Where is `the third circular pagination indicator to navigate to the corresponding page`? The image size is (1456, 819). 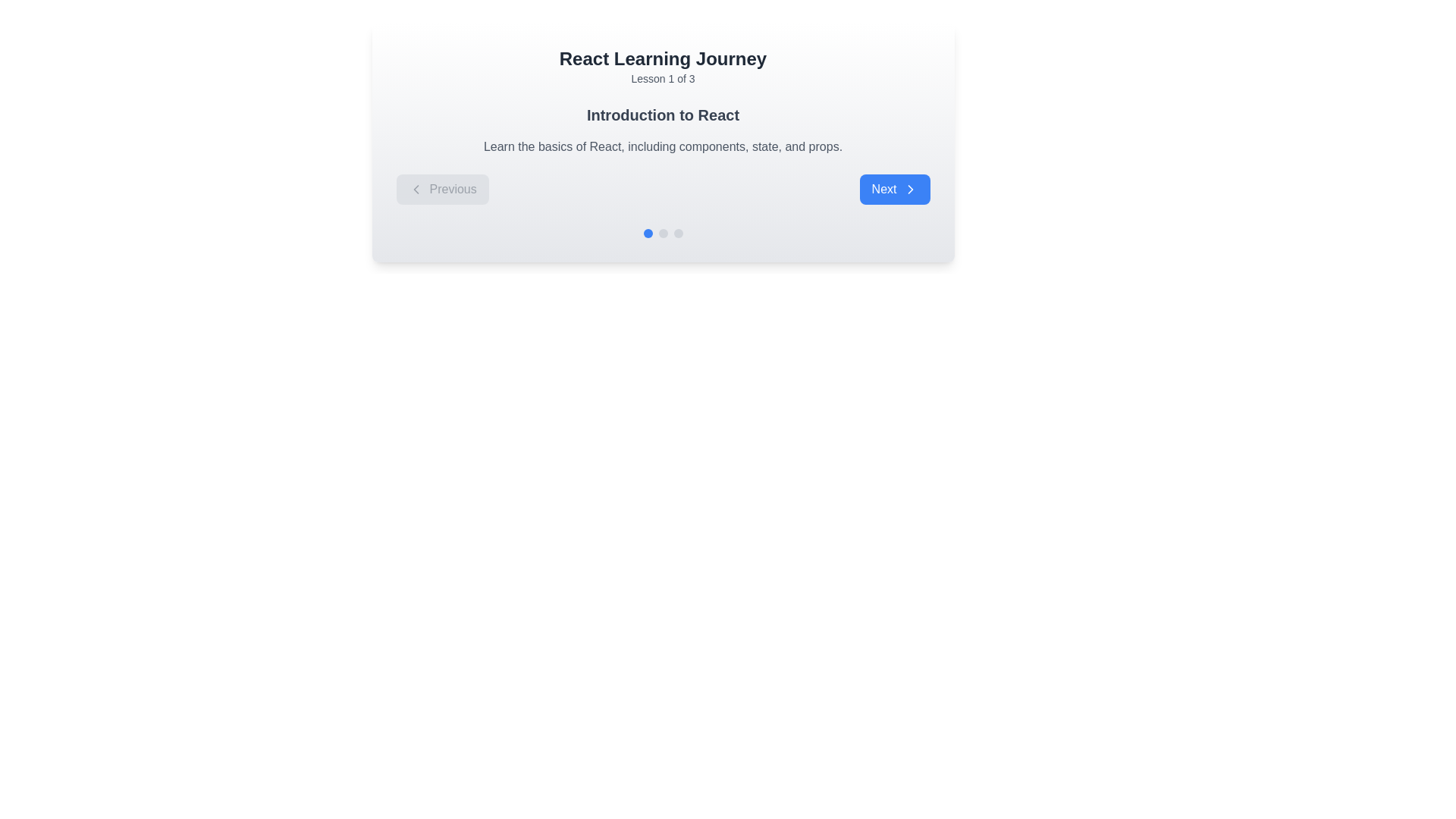
the third circular pagination indicator to navigate to the corresponding page is located at coordinates (677, 234).